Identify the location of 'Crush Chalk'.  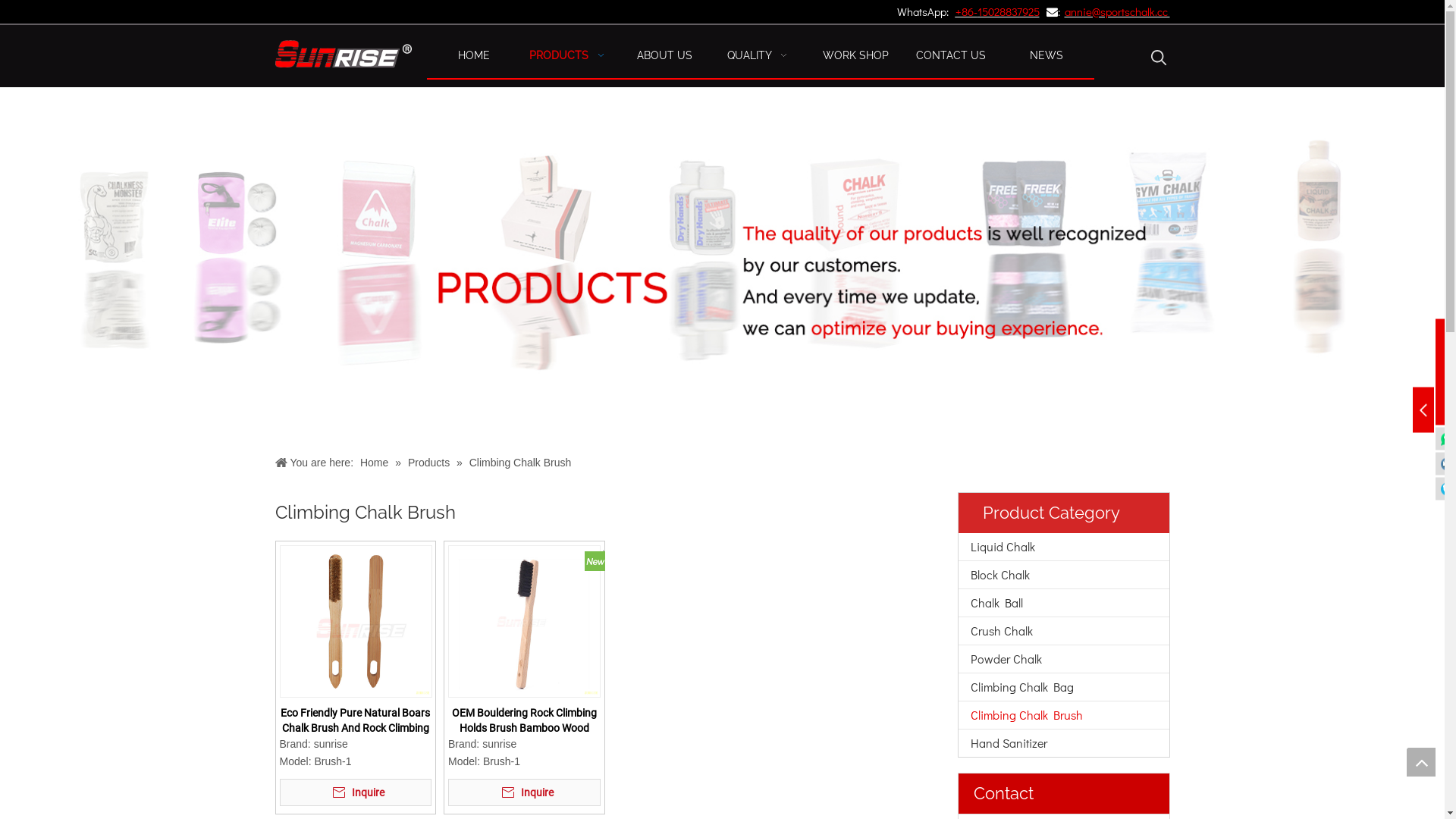
(1062, 631).